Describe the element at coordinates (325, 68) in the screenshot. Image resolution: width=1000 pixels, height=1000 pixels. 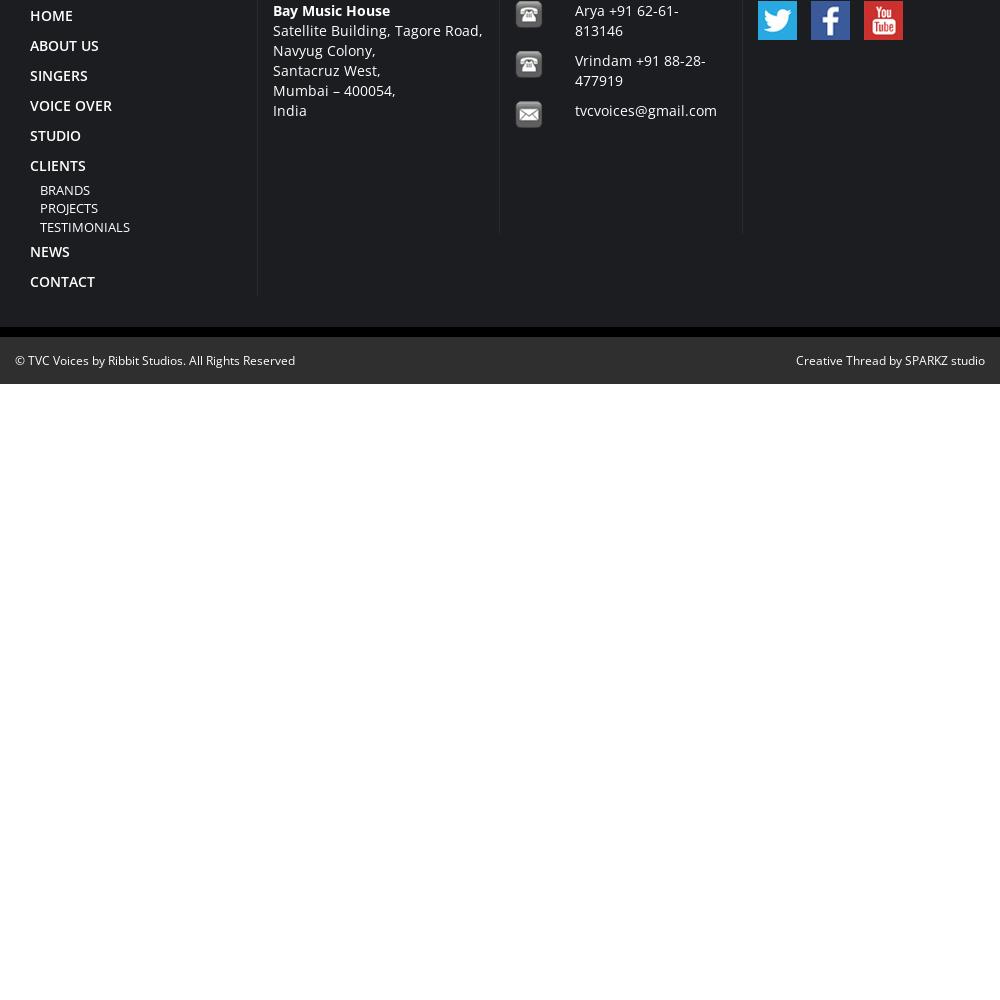
I see `'Santacruz West,'` at that location.